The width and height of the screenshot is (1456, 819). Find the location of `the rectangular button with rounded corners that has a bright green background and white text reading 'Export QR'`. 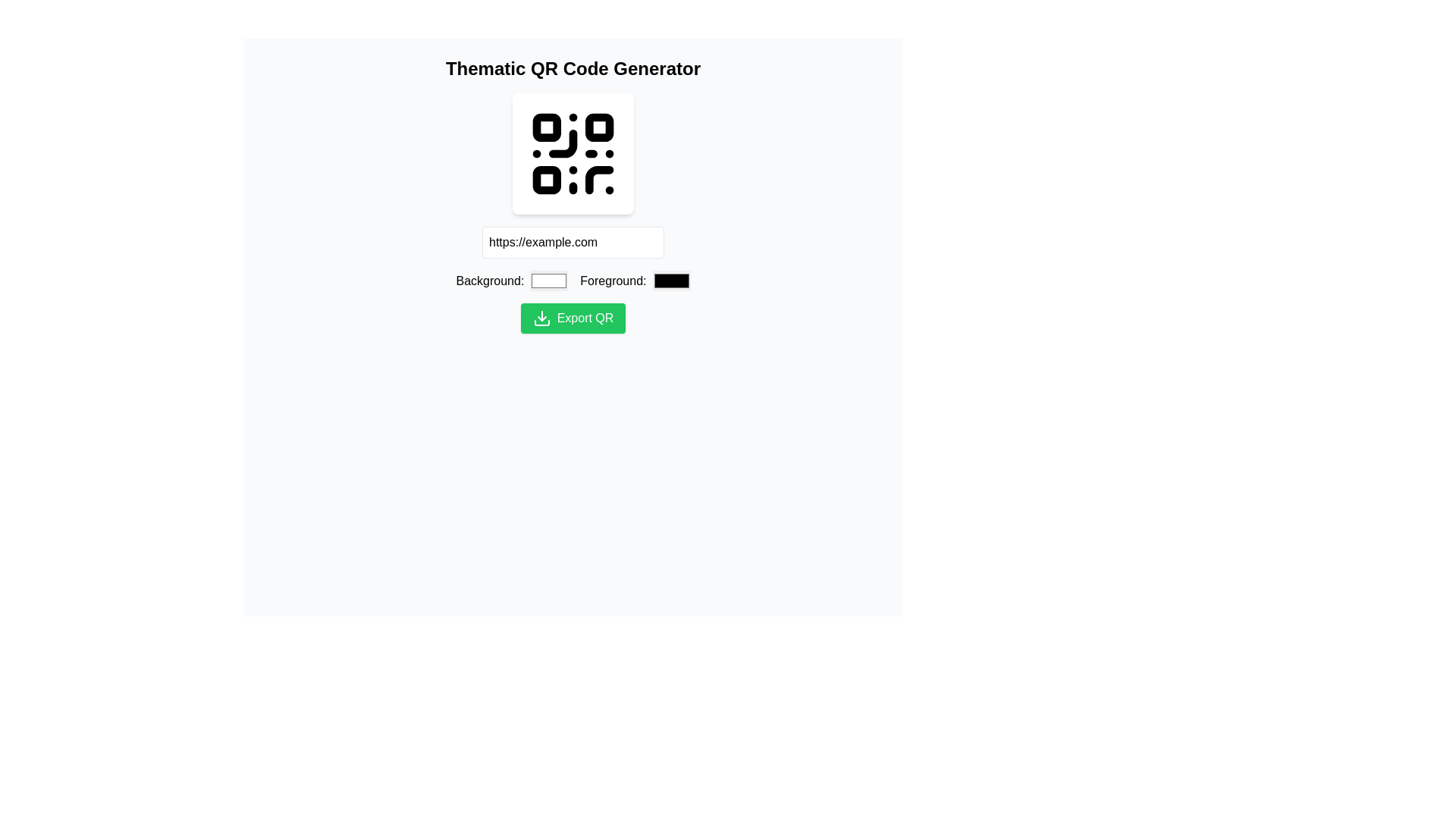

the rectangular button with rounded corners that has a bright green background and white text reading 'Export QR' is located at coordinates (572, 318).